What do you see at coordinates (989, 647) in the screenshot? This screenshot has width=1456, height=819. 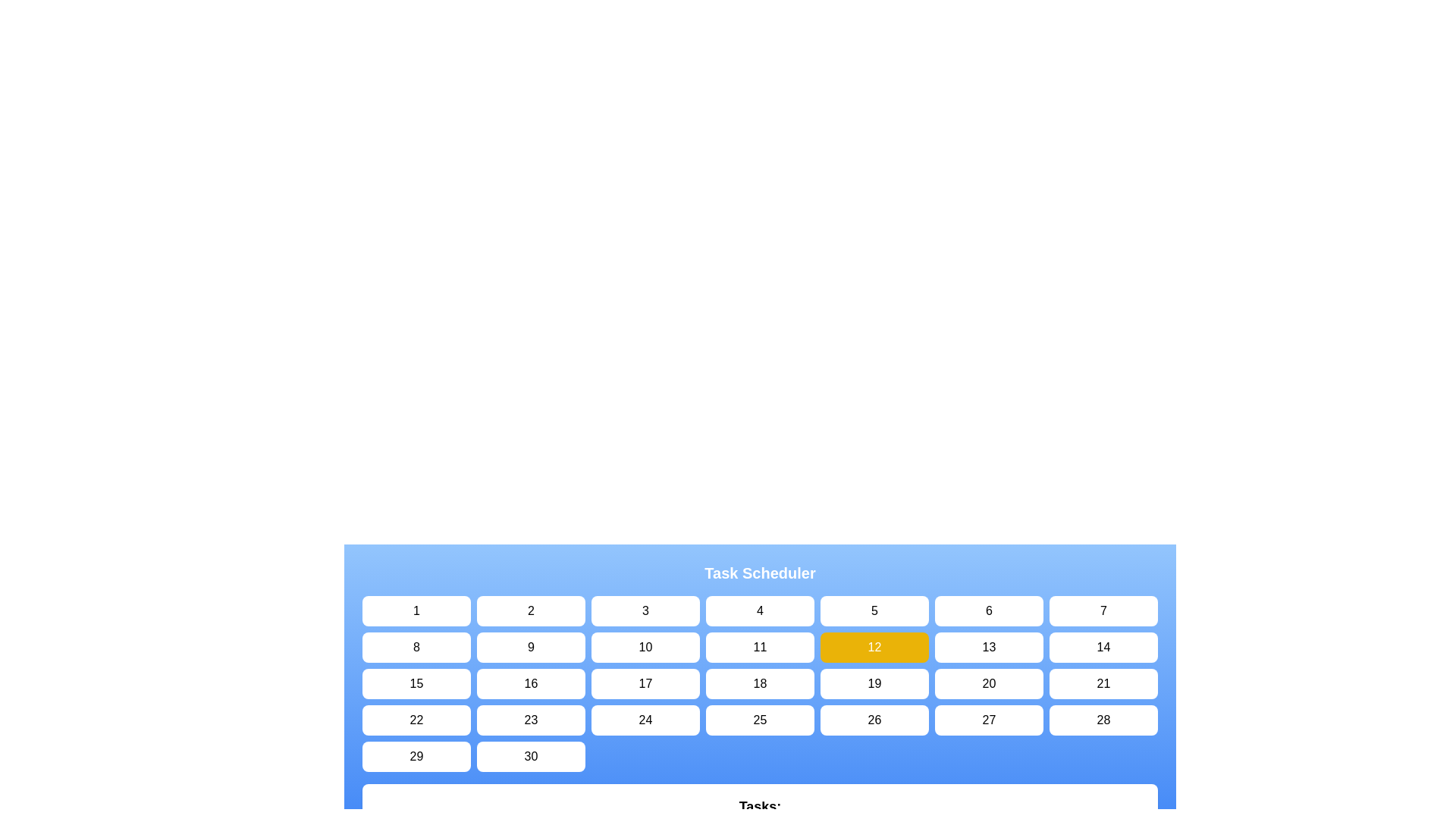 I see `the rectangular white button with the number '13'` at bounding box center [989, 647].